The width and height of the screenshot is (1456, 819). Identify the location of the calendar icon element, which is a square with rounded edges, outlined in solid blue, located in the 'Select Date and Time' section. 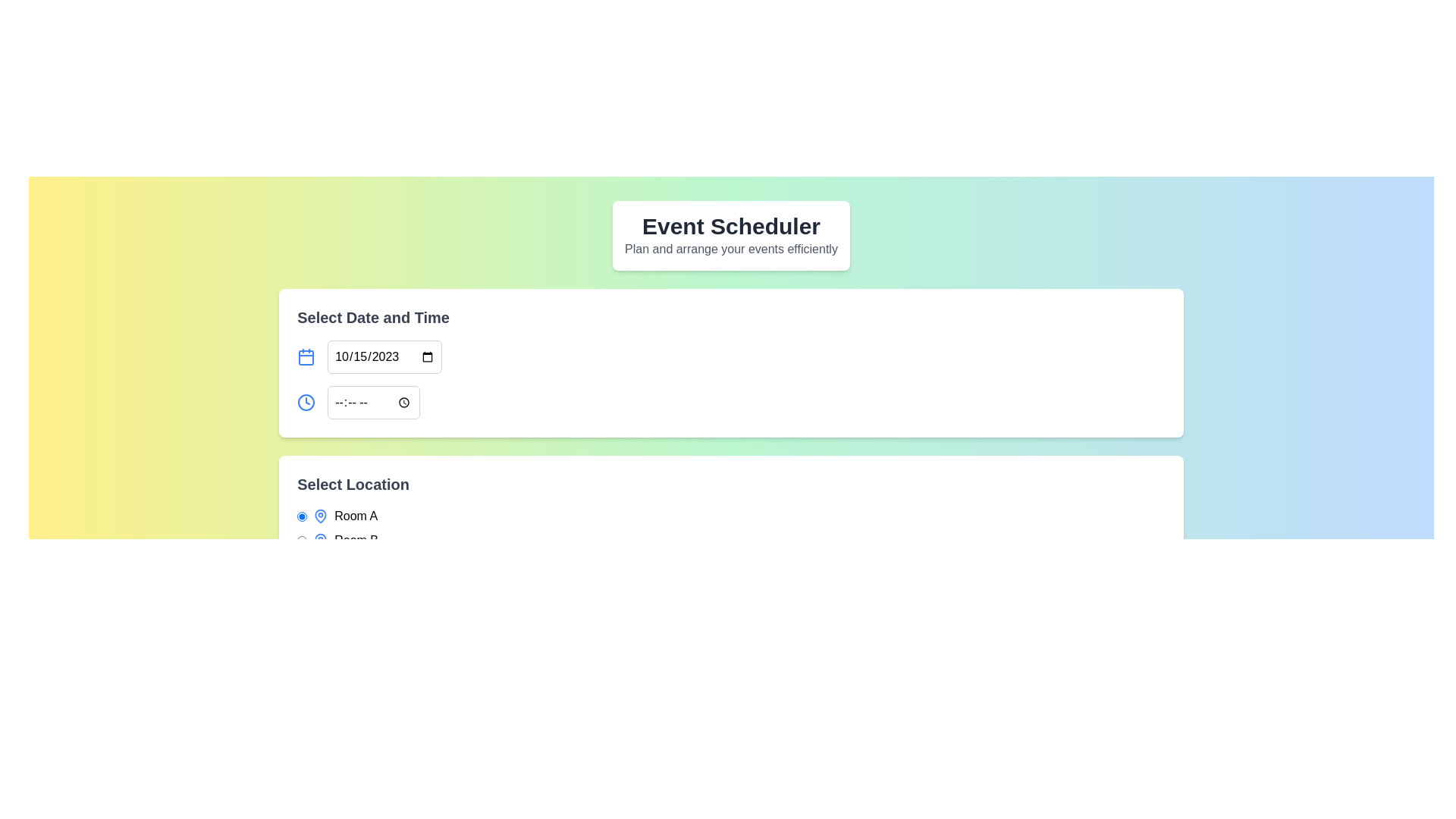
(306, 357).